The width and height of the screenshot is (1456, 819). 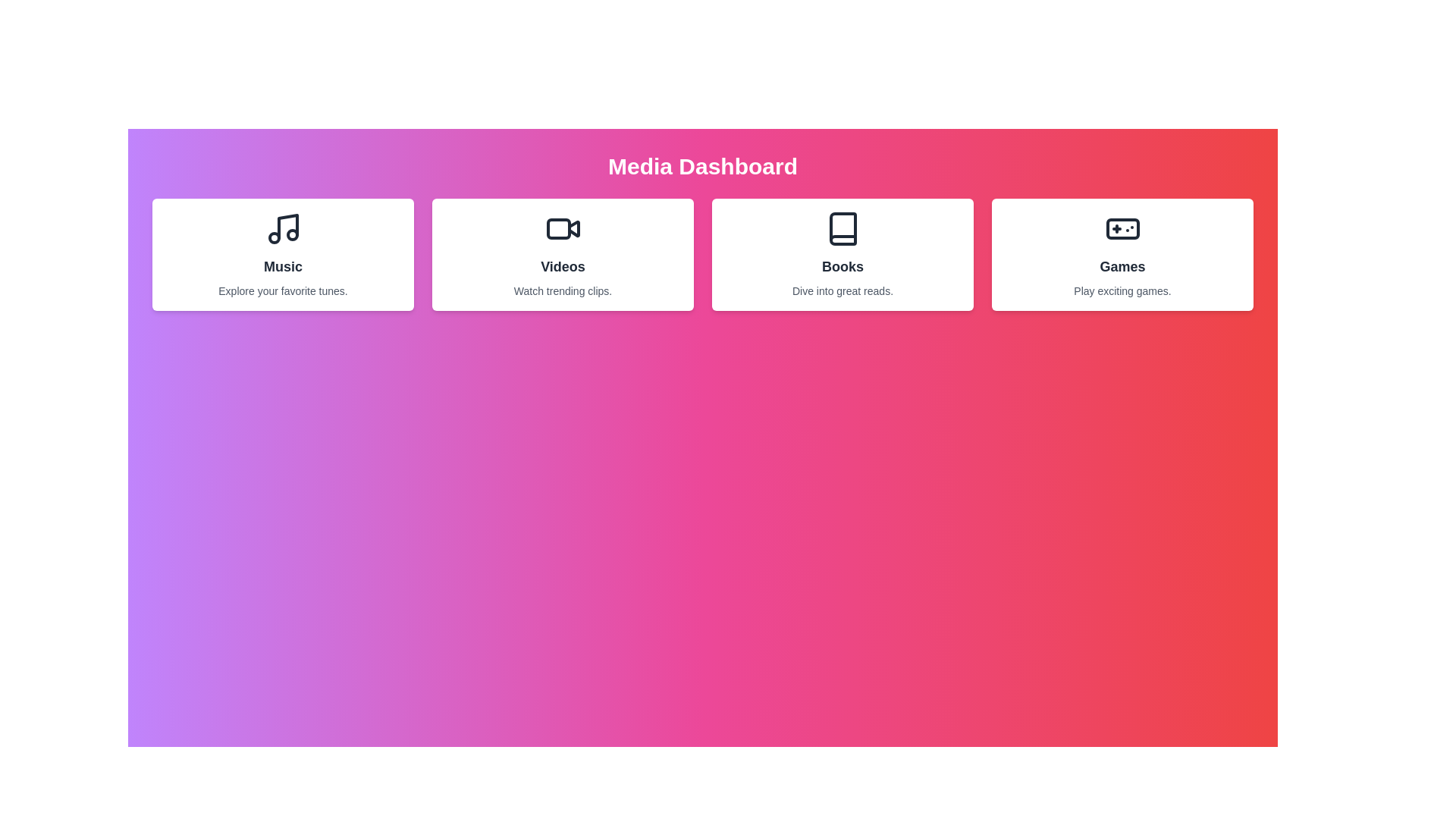 I want to click on the leftmost circle of the music note icon within the 'Music' card displayed on the dashboard, so click(x=274, y=237).